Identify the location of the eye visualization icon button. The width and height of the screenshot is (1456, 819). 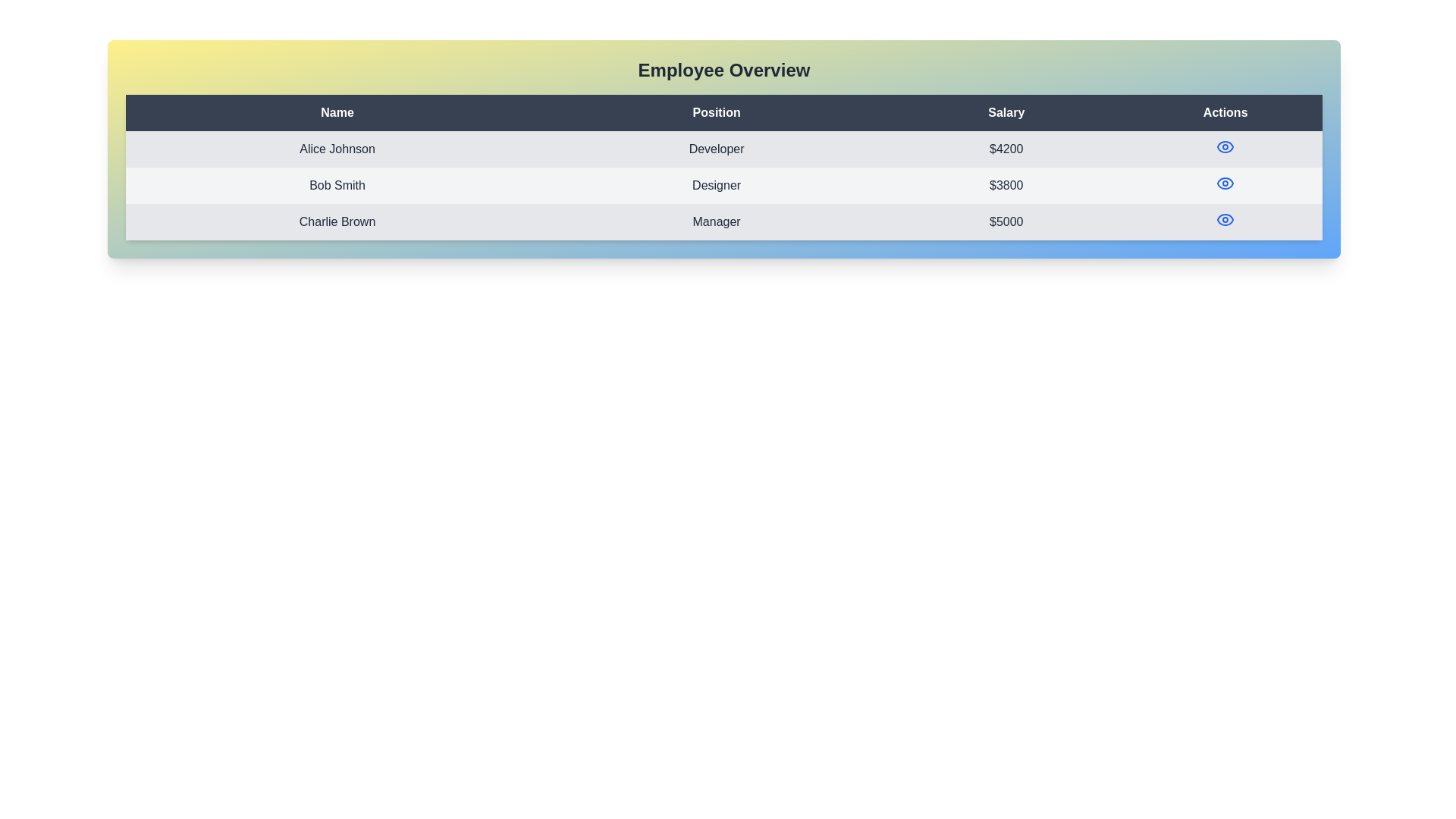
(1225, 146).